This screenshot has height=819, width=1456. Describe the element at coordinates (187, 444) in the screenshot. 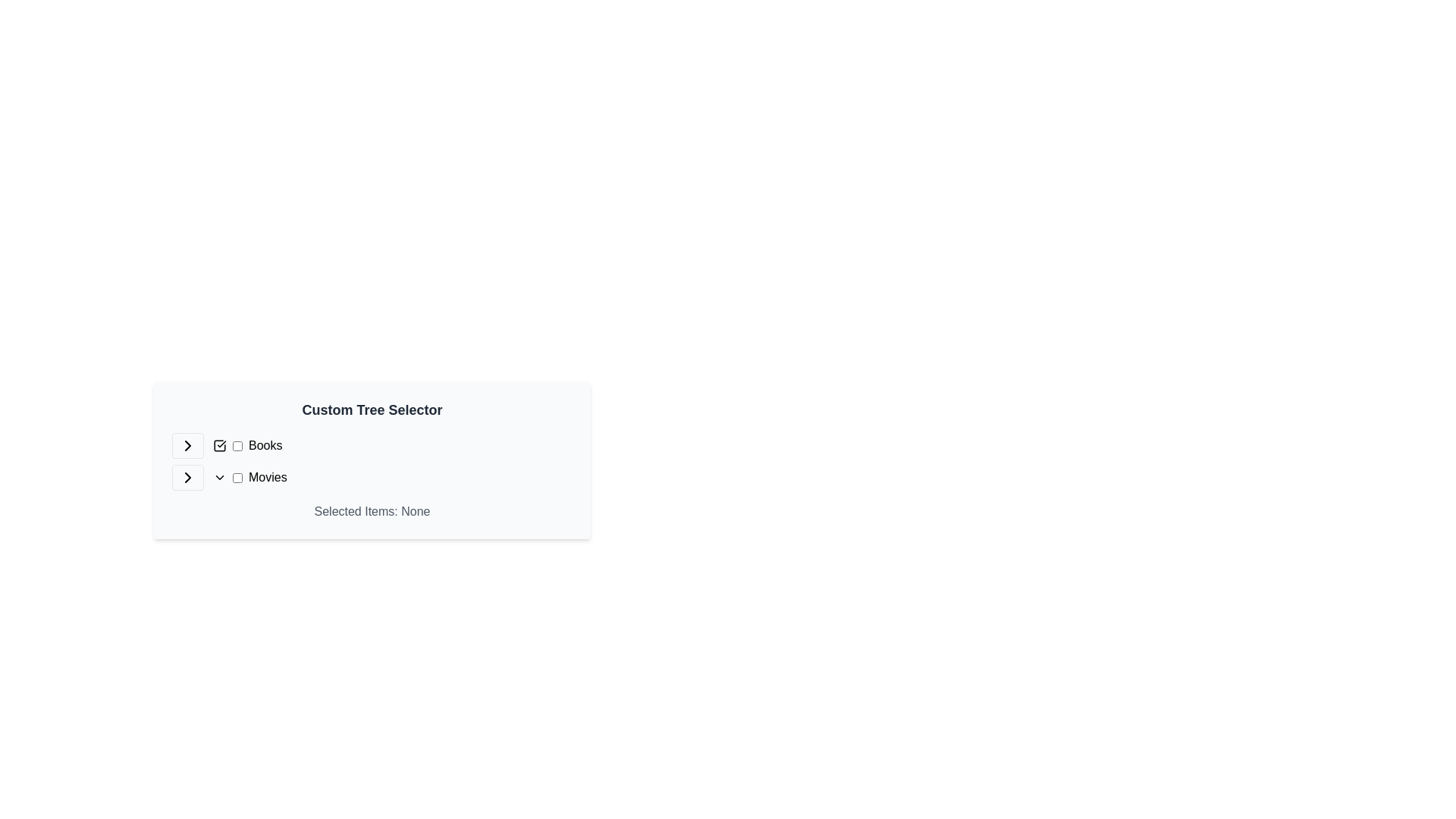

I see `the right-oriented chevron icon button located to the left of the 'Books' label in the 'Custom Tree Selector' section` at that location.